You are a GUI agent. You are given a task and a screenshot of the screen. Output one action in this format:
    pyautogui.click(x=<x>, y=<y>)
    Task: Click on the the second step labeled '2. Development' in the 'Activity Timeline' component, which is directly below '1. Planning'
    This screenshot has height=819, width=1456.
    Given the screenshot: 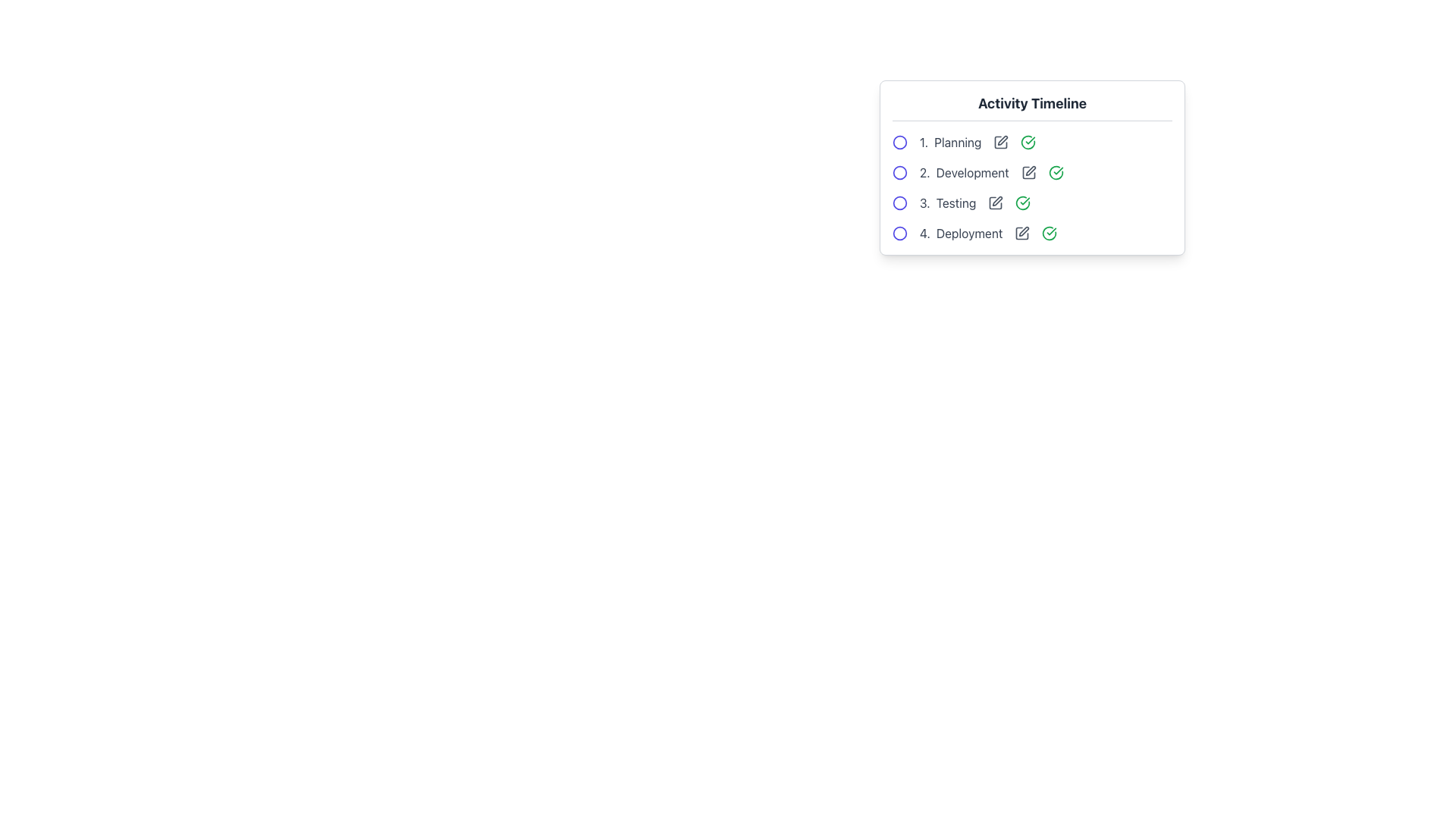 What is the action you would take?
    pyautogui.click(x=1031, y=171)
    